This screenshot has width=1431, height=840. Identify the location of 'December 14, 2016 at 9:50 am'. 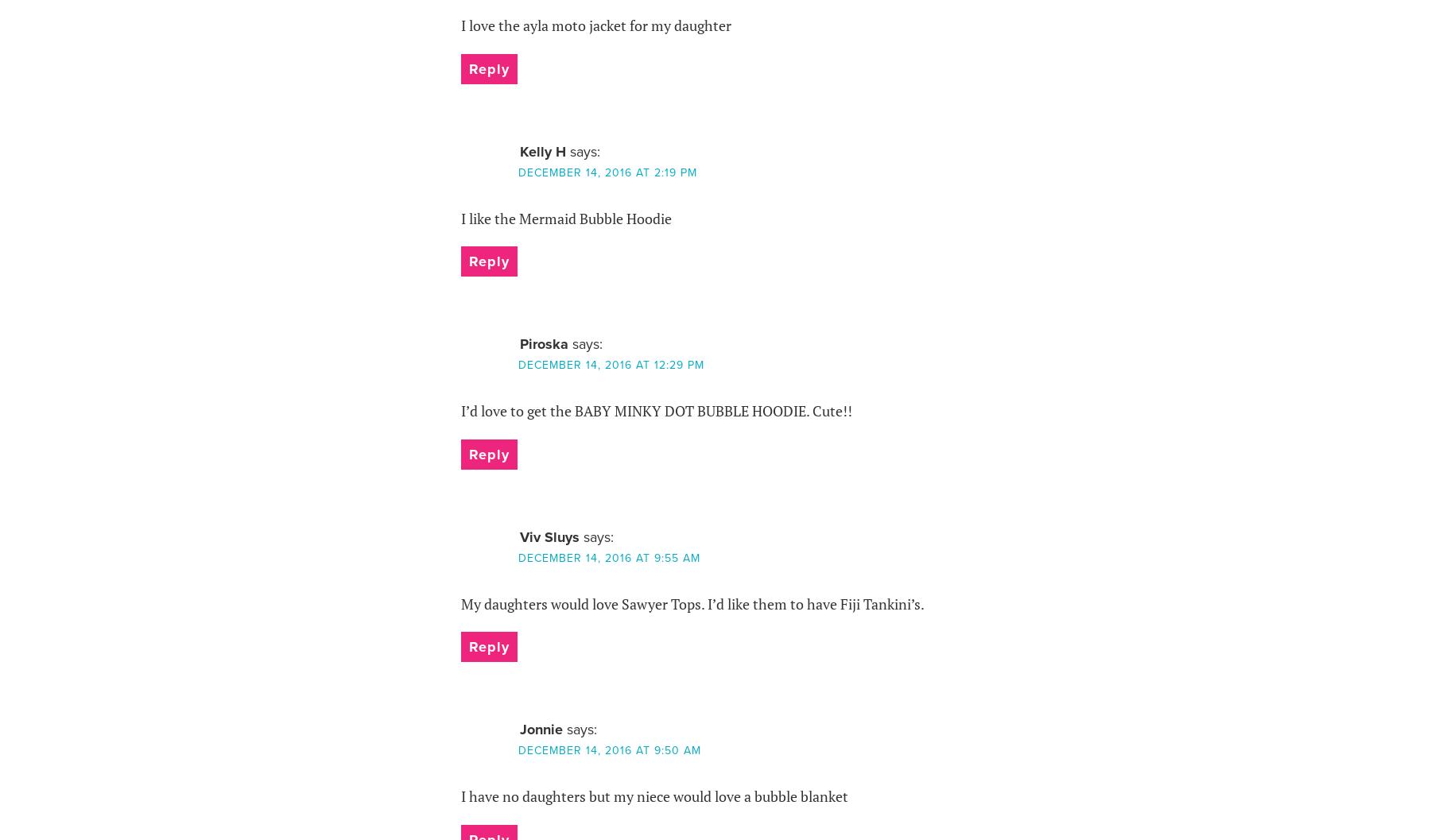
(518, 750).